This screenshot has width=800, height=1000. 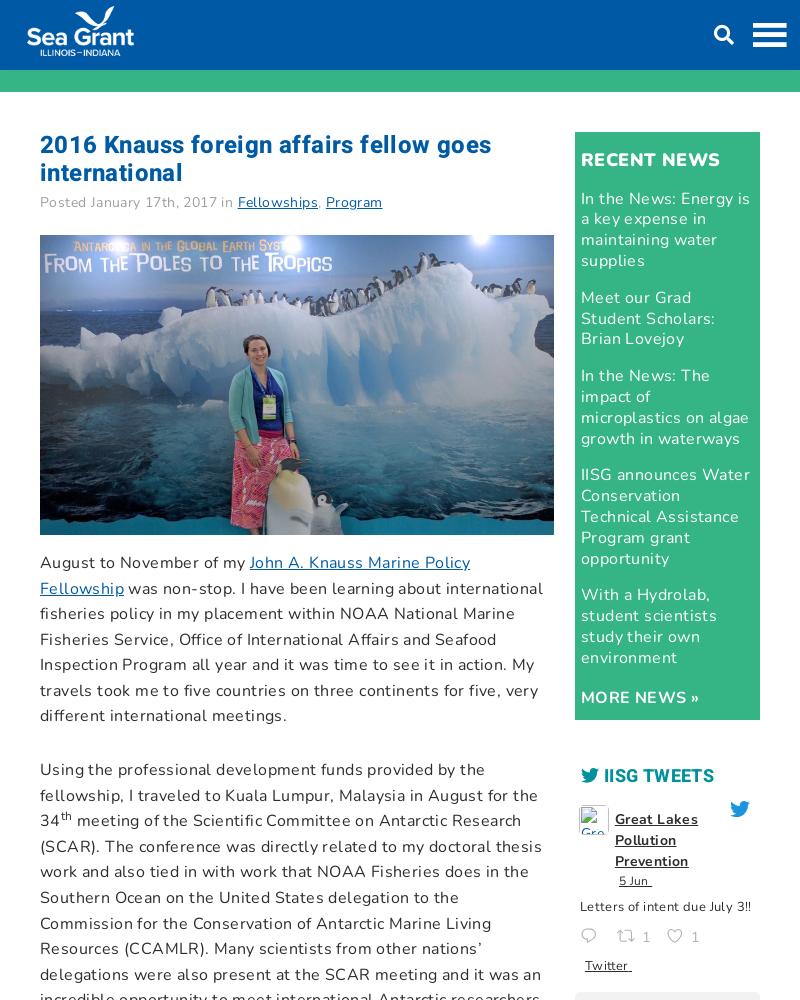 I want to click on 'DONATE', so click(x=589, y=22).